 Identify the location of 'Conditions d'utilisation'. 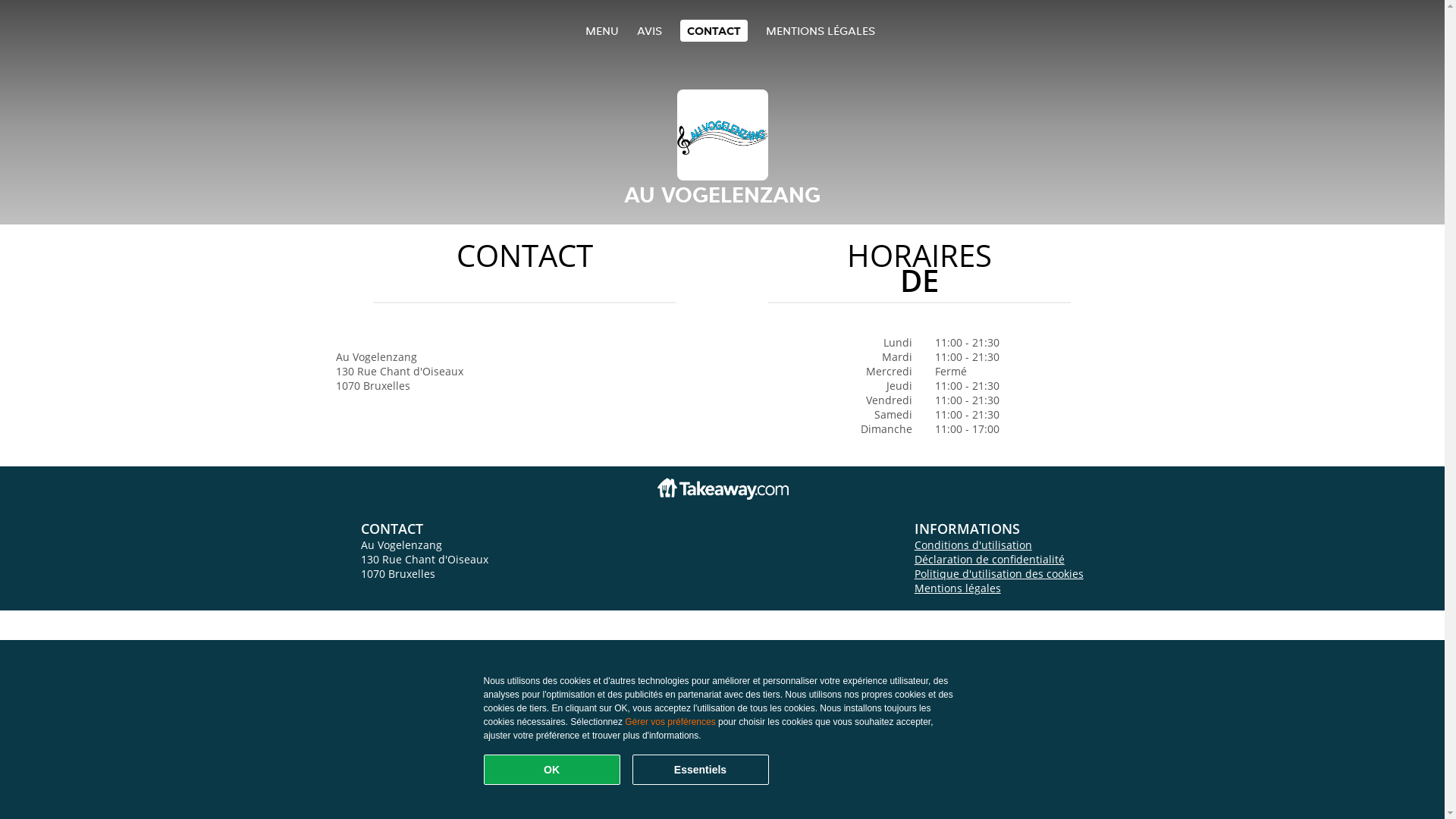
(973, 544).